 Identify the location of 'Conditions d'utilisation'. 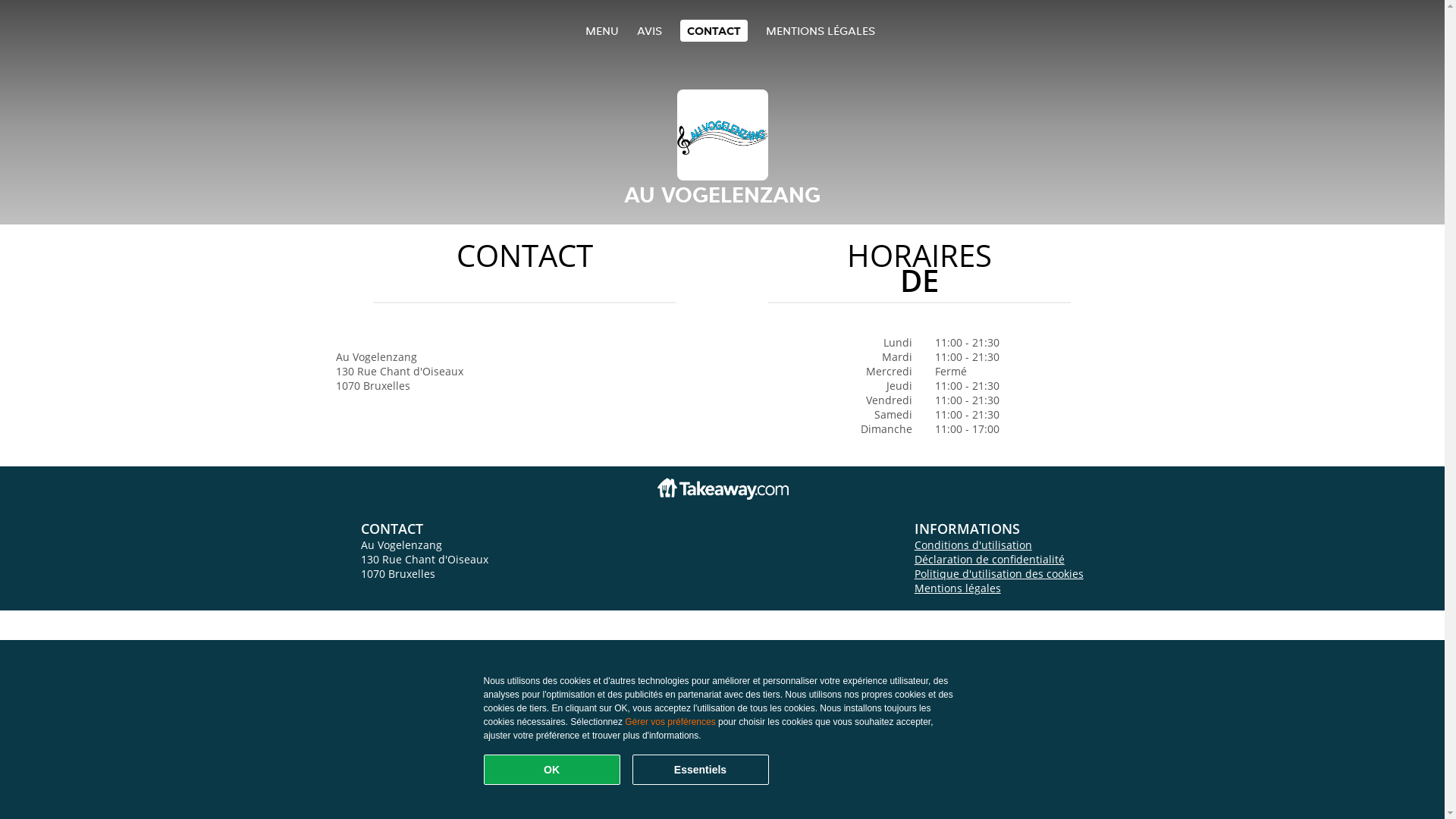
(973, 544).